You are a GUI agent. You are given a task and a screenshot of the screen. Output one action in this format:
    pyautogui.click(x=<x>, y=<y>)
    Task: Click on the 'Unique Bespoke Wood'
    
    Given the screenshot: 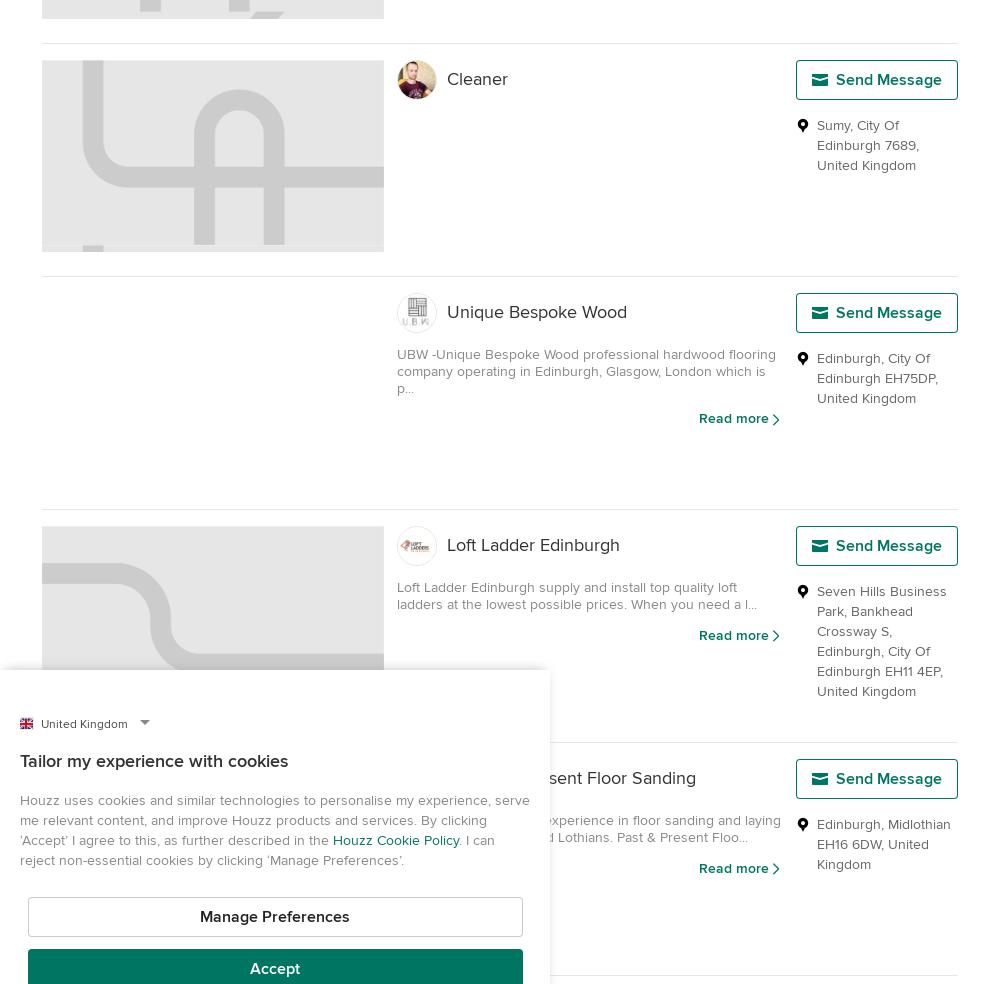 What is the action you would take?
    pyautogui.click(x=446, y=311)
    